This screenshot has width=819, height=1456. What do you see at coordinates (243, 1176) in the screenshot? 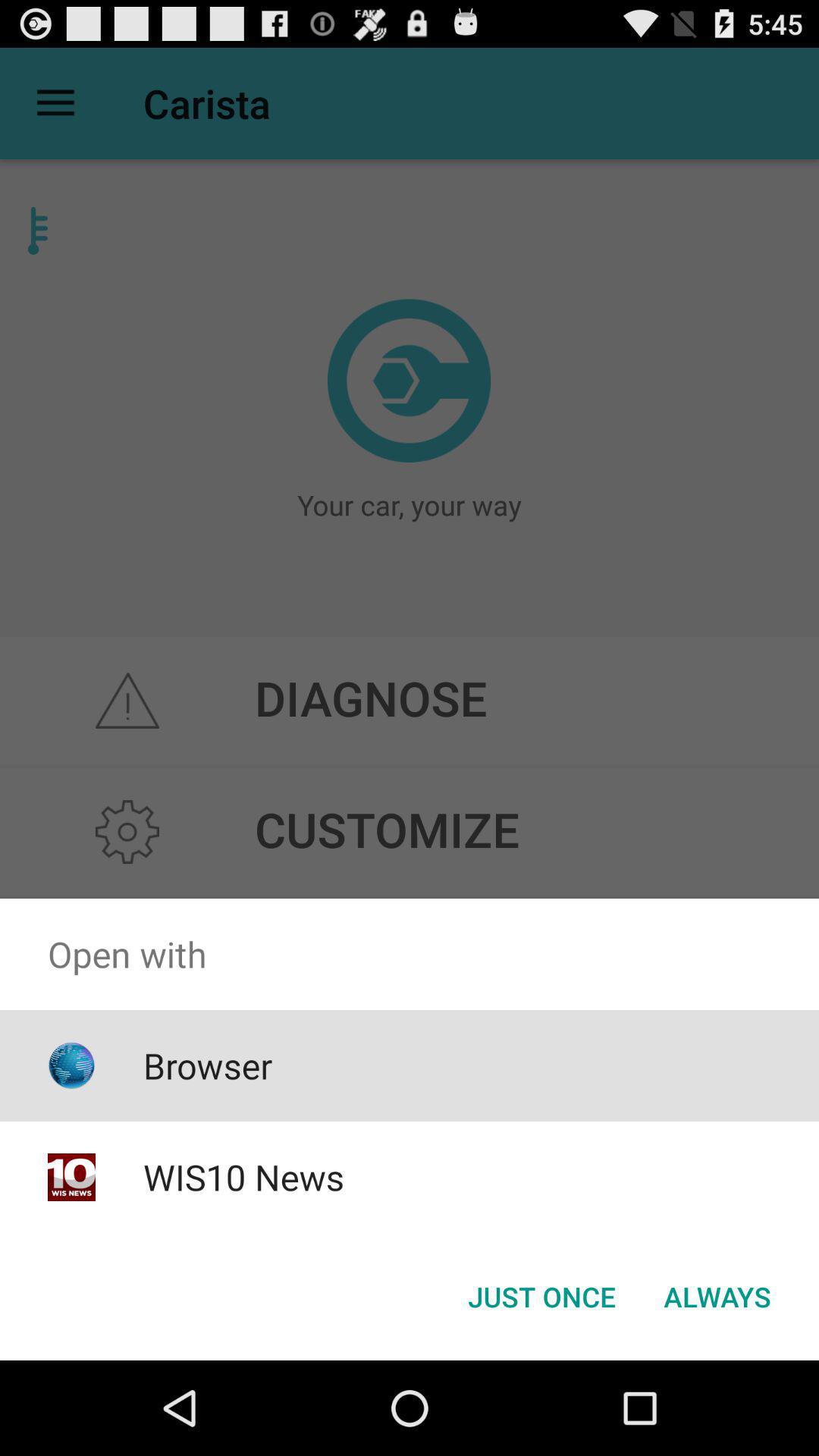
I see `the icon below browser app` at bounding box center [243, 1176].